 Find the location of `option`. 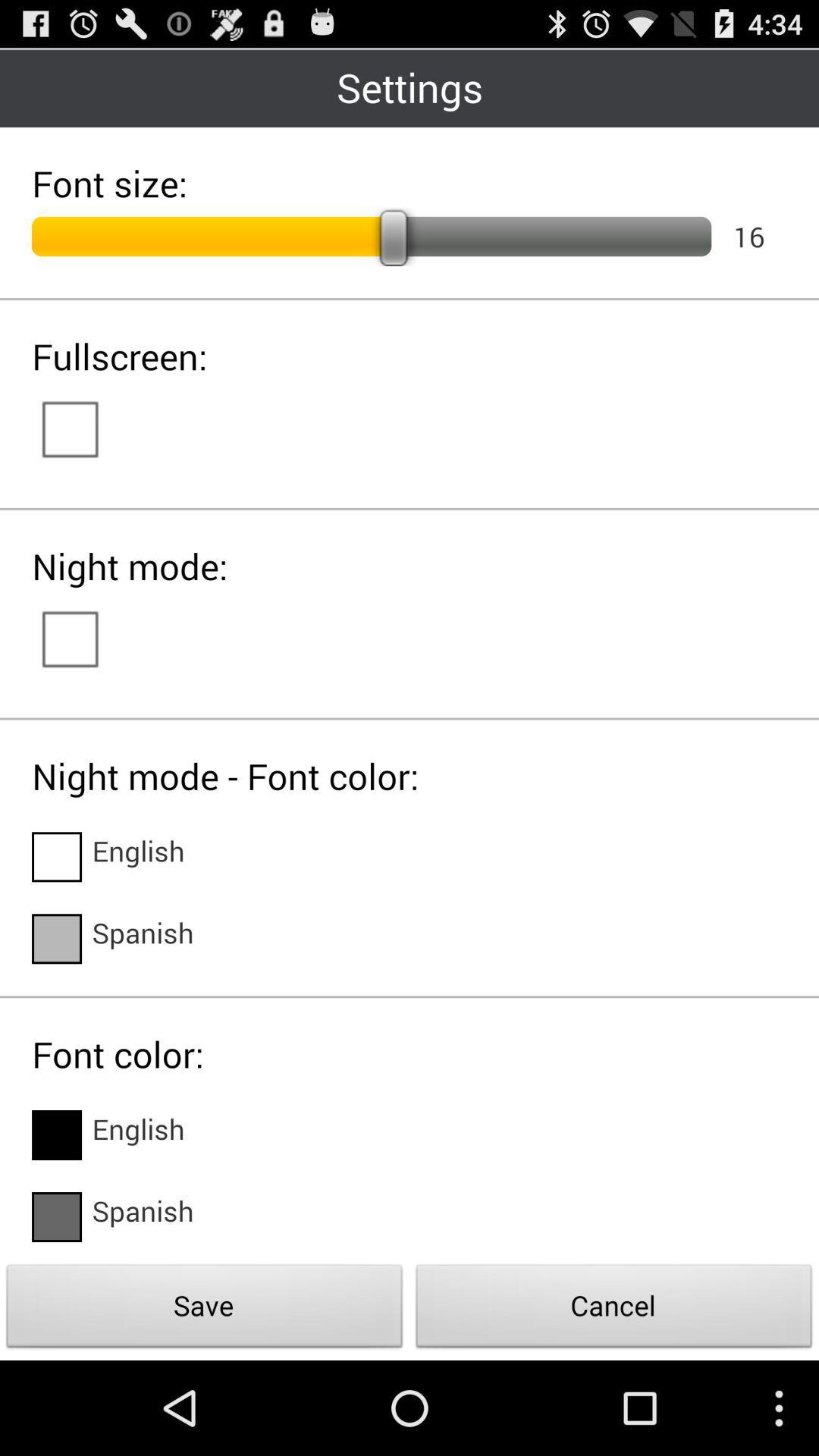

option is located at coordinates (85, 638).